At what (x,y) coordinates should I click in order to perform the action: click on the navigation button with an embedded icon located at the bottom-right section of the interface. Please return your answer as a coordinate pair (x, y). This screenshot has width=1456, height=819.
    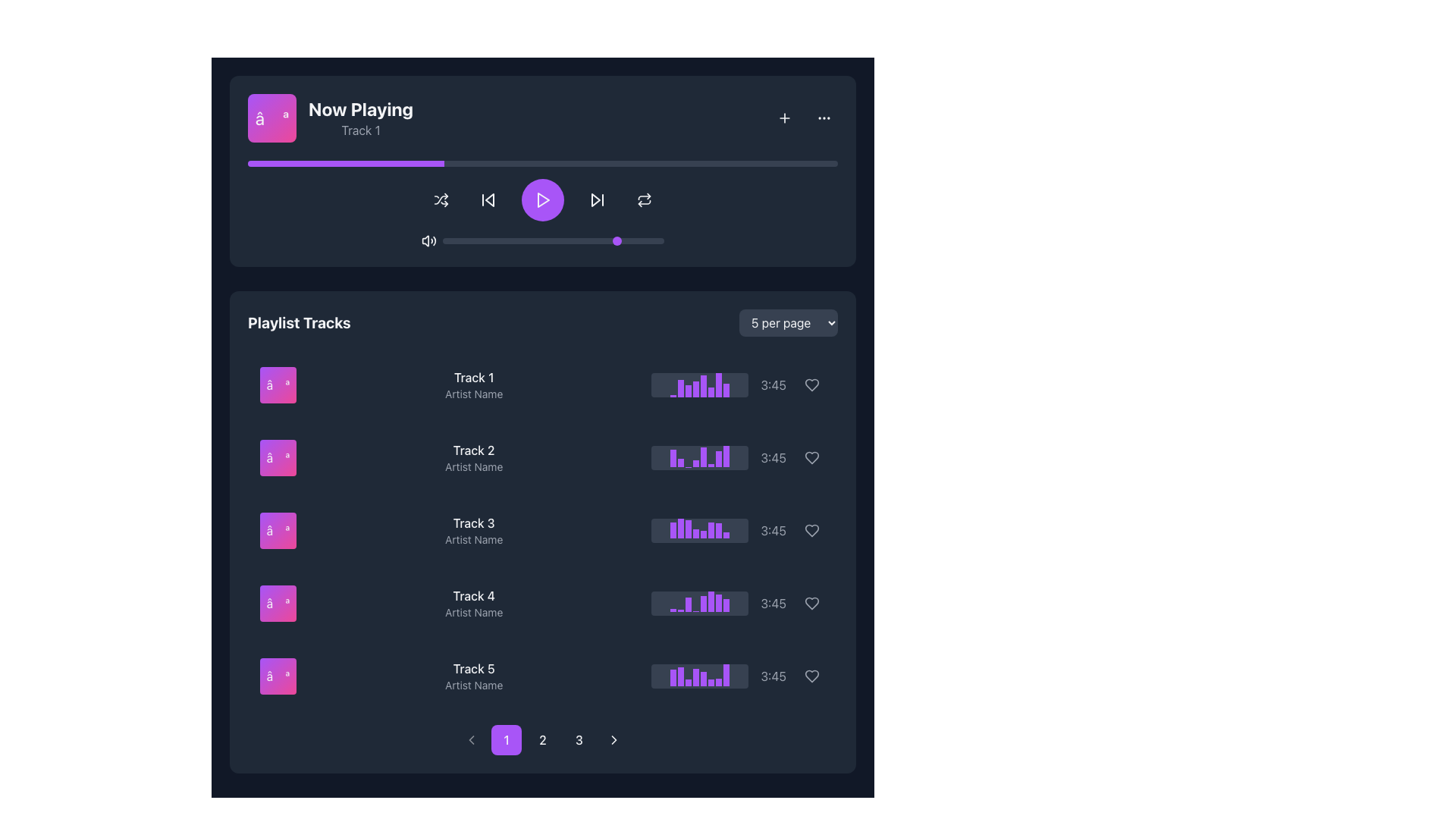
    Looking at the image, I should click on (614, 739).